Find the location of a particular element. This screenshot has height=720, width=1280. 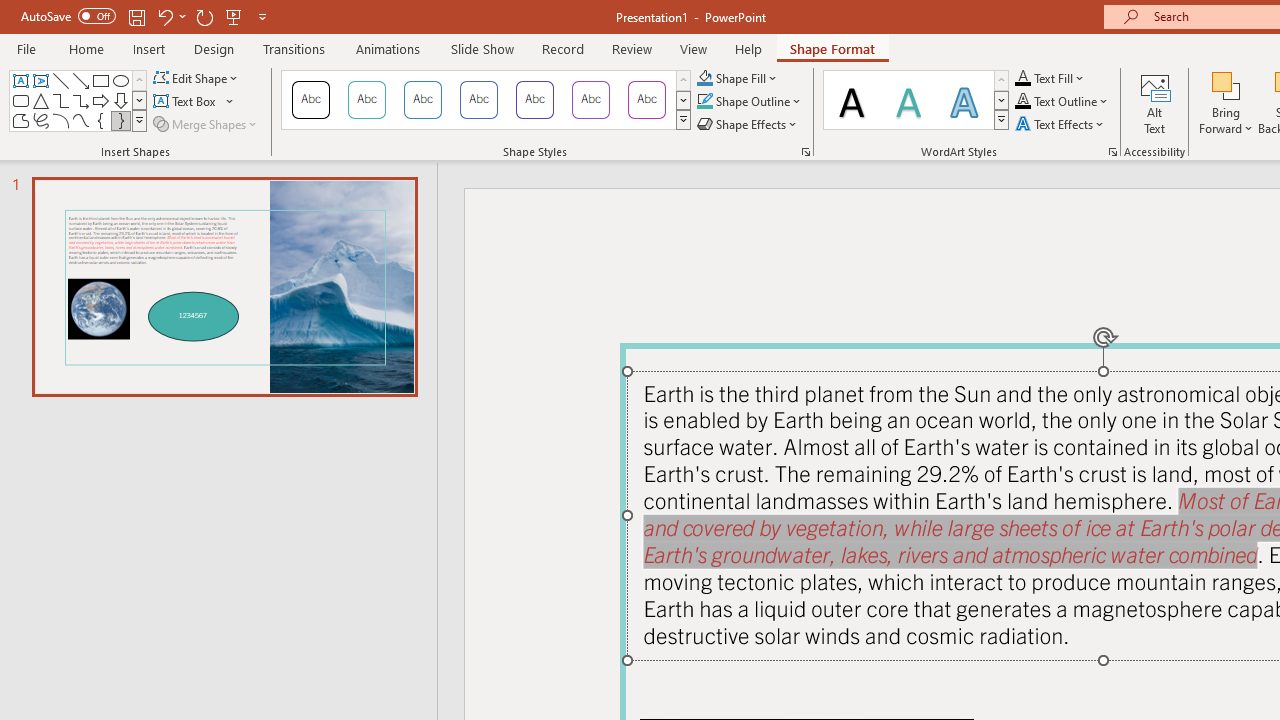

'Line Arrow' is located at coordinates (80, 80).